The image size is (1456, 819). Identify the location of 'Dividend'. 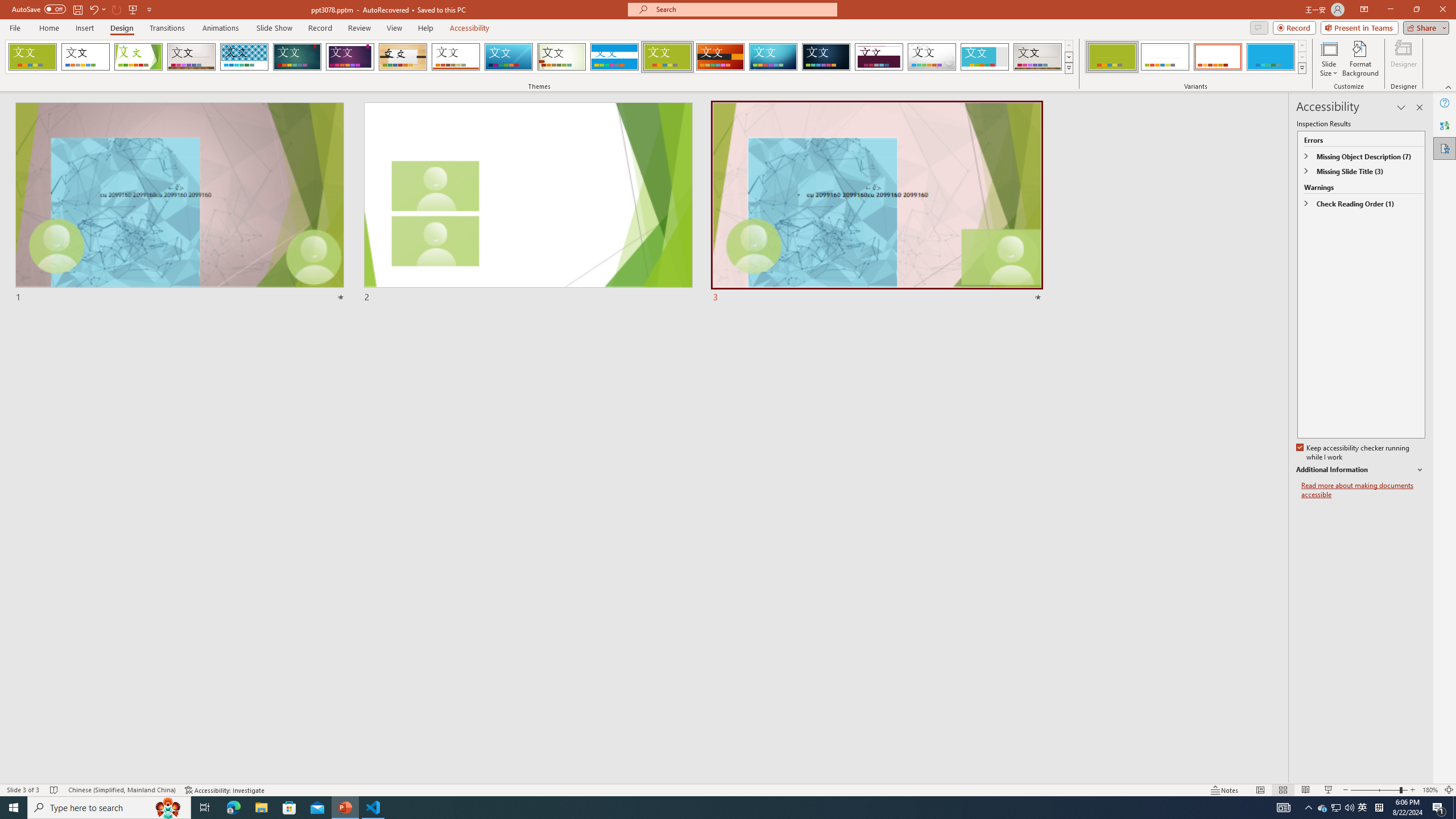
(879, 56).